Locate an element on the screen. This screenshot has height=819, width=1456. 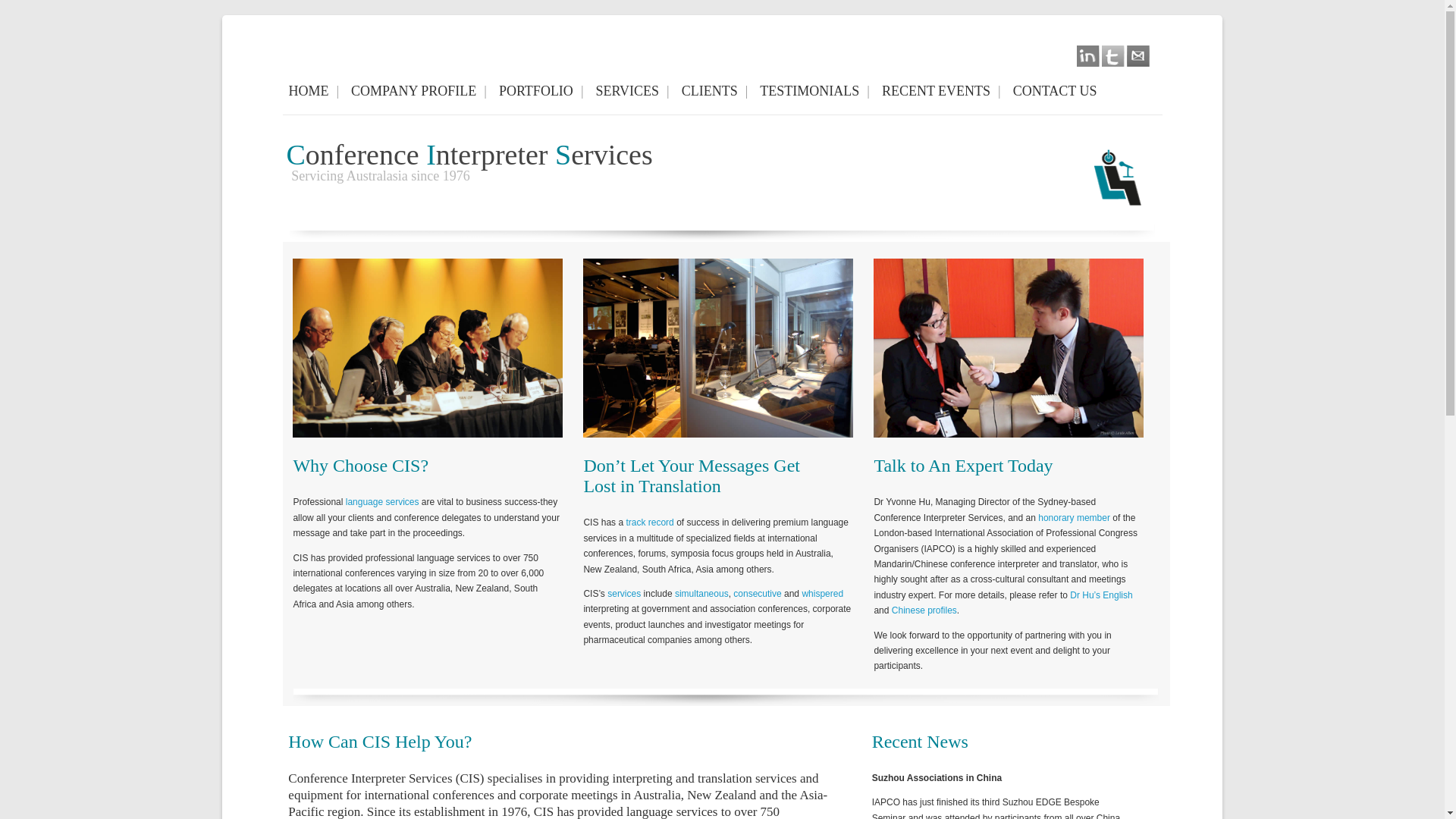
'RECENT EVENTS' is located at coordinates (876, 91).